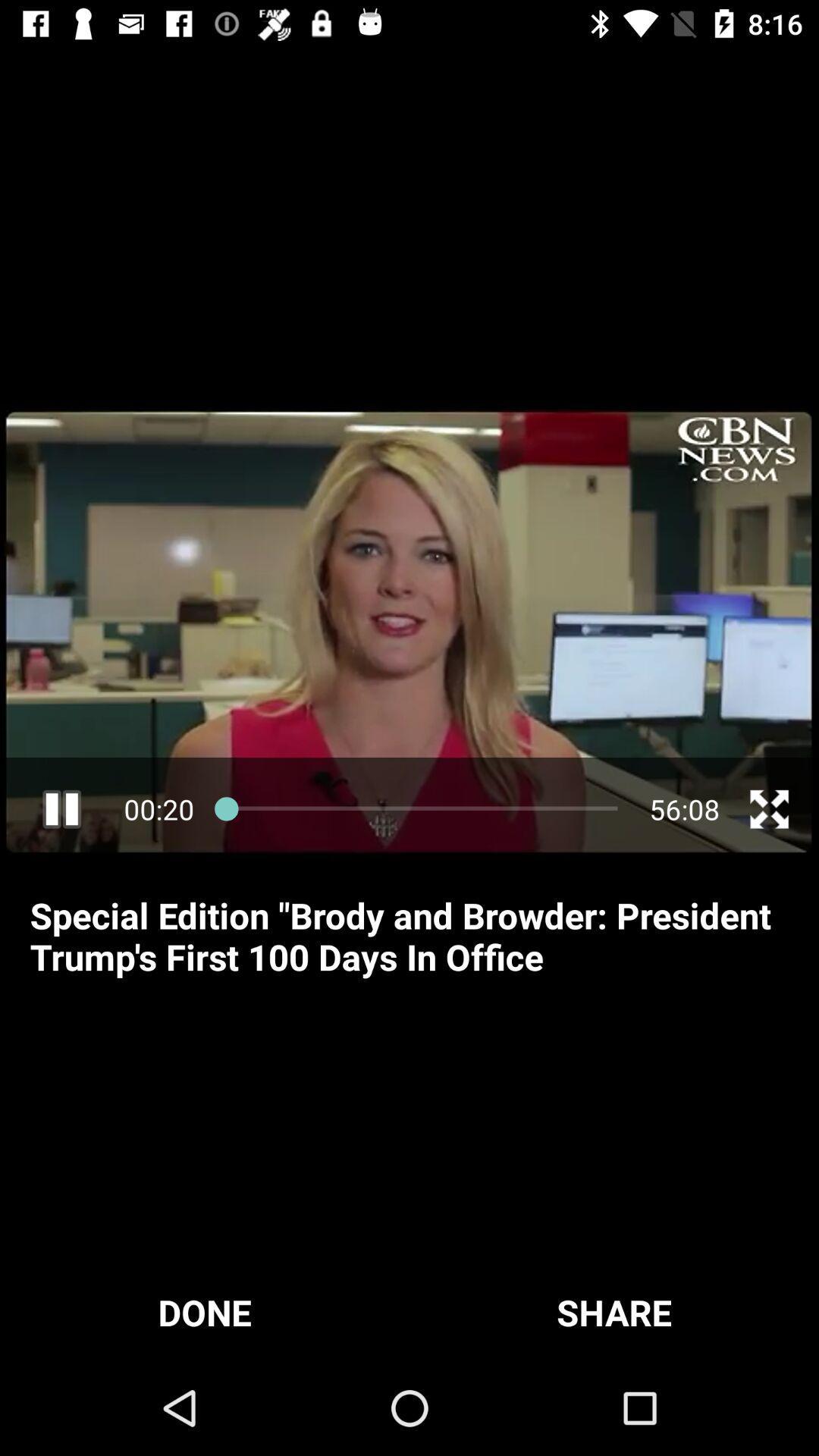 The height and width of the screenshot is (1456, 819). I want to click on pause audio, so click(61, 808).